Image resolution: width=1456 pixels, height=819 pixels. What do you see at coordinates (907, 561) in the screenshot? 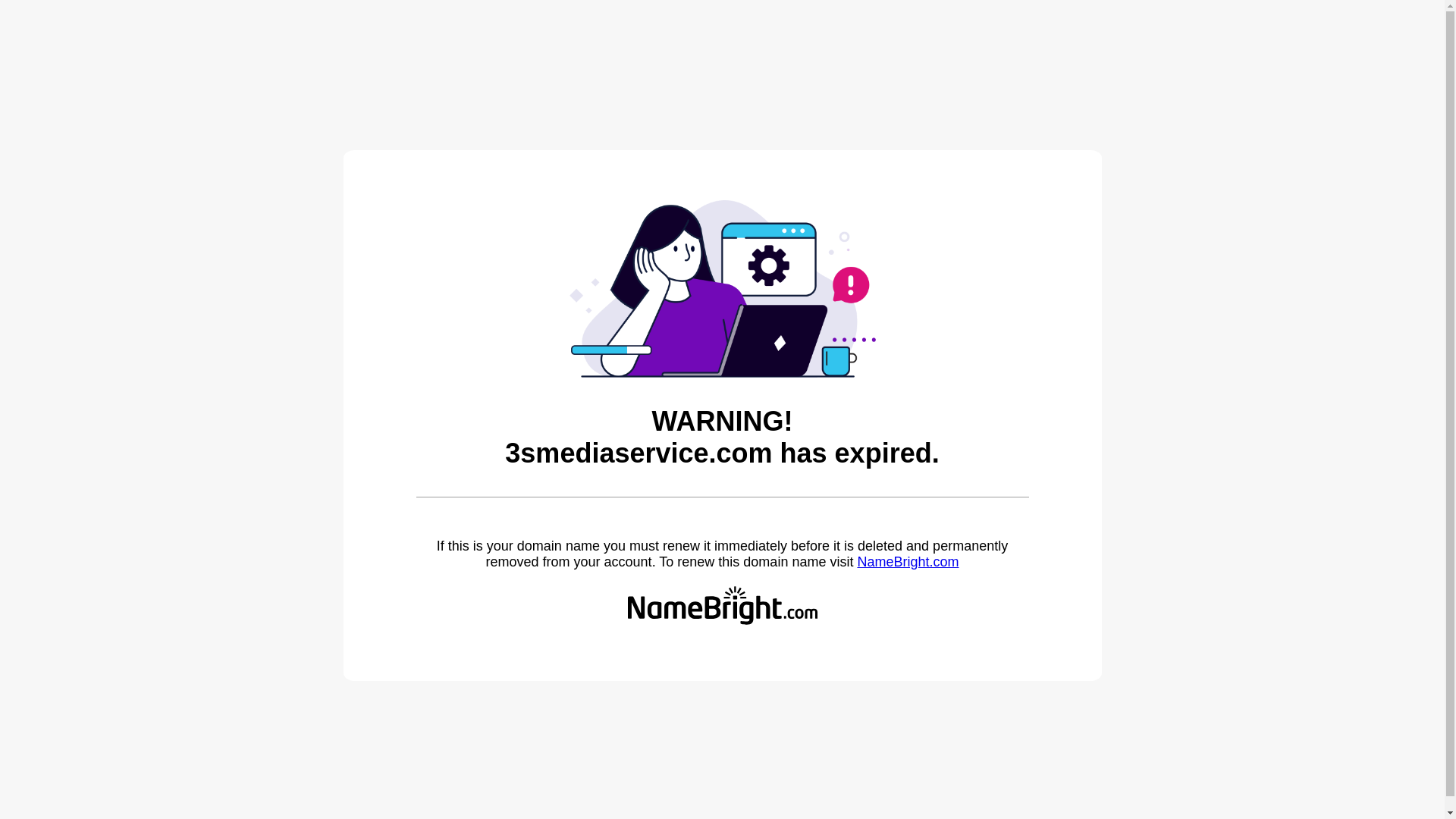
I see `'NameBright.com'` at bounding box center [907, 561].